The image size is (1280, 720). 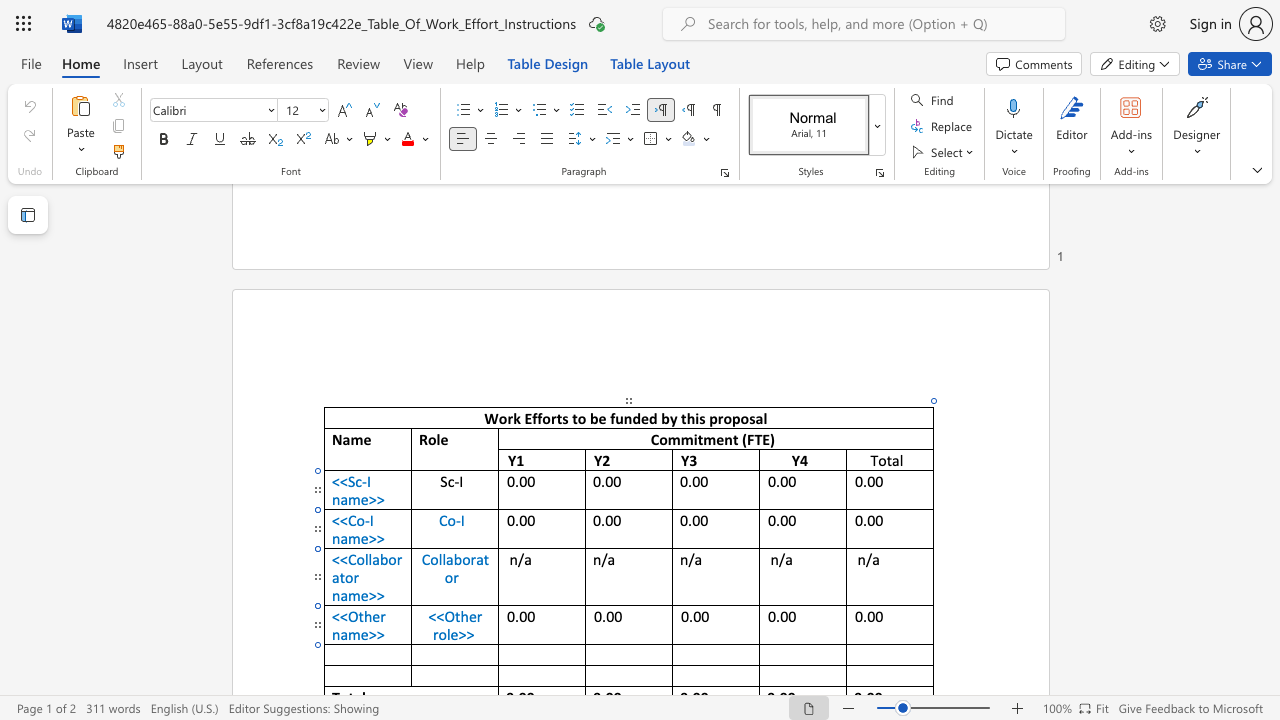 I want to click on the space between the continuous character "h" and "e" in the text, so click(x=467, y=615).